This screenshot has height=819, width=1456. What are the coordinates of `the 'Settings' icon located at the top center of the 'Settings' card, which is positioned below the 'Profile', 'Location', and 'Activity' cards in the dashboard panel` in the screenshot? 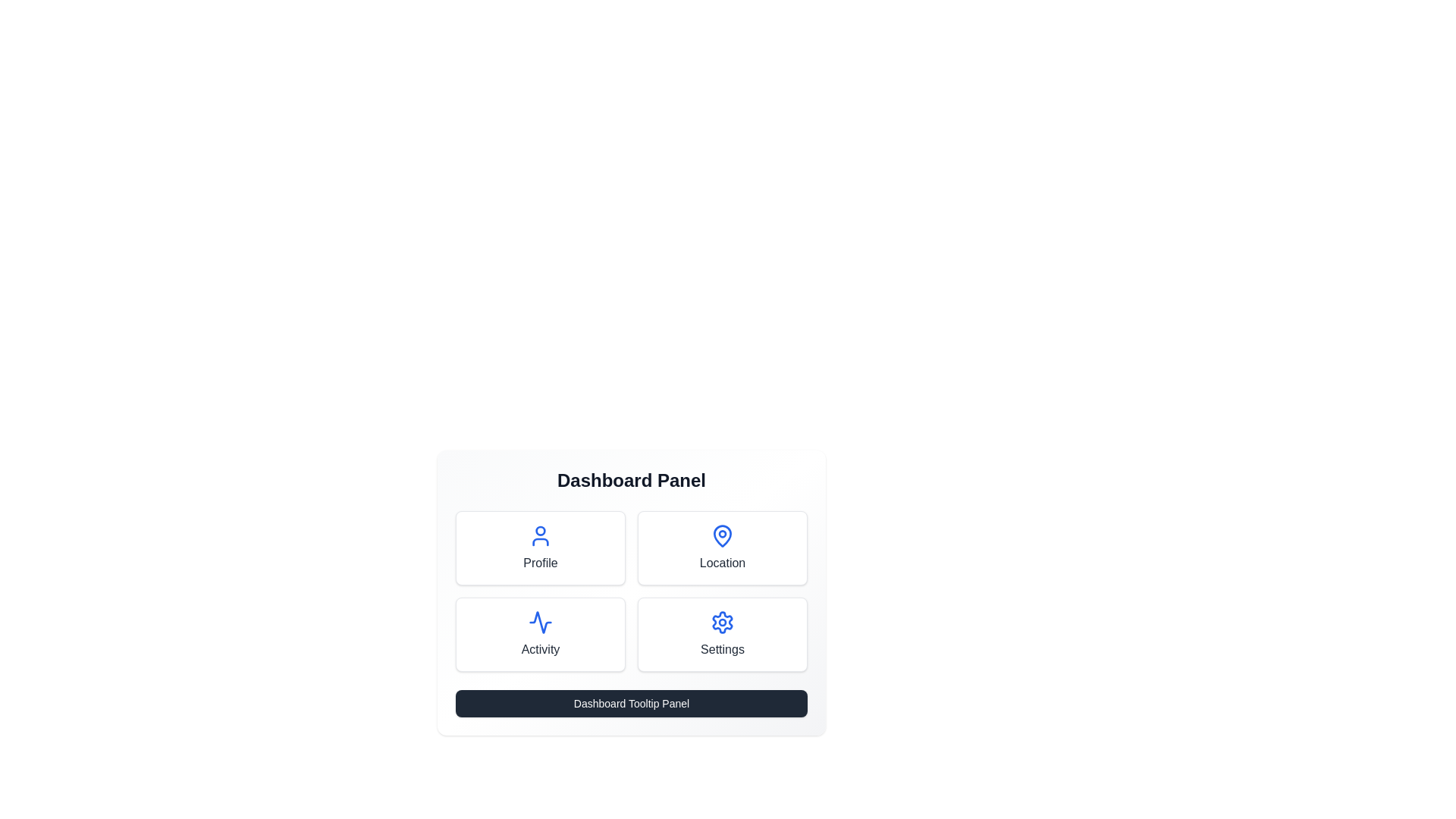 It's located at (722, 623).